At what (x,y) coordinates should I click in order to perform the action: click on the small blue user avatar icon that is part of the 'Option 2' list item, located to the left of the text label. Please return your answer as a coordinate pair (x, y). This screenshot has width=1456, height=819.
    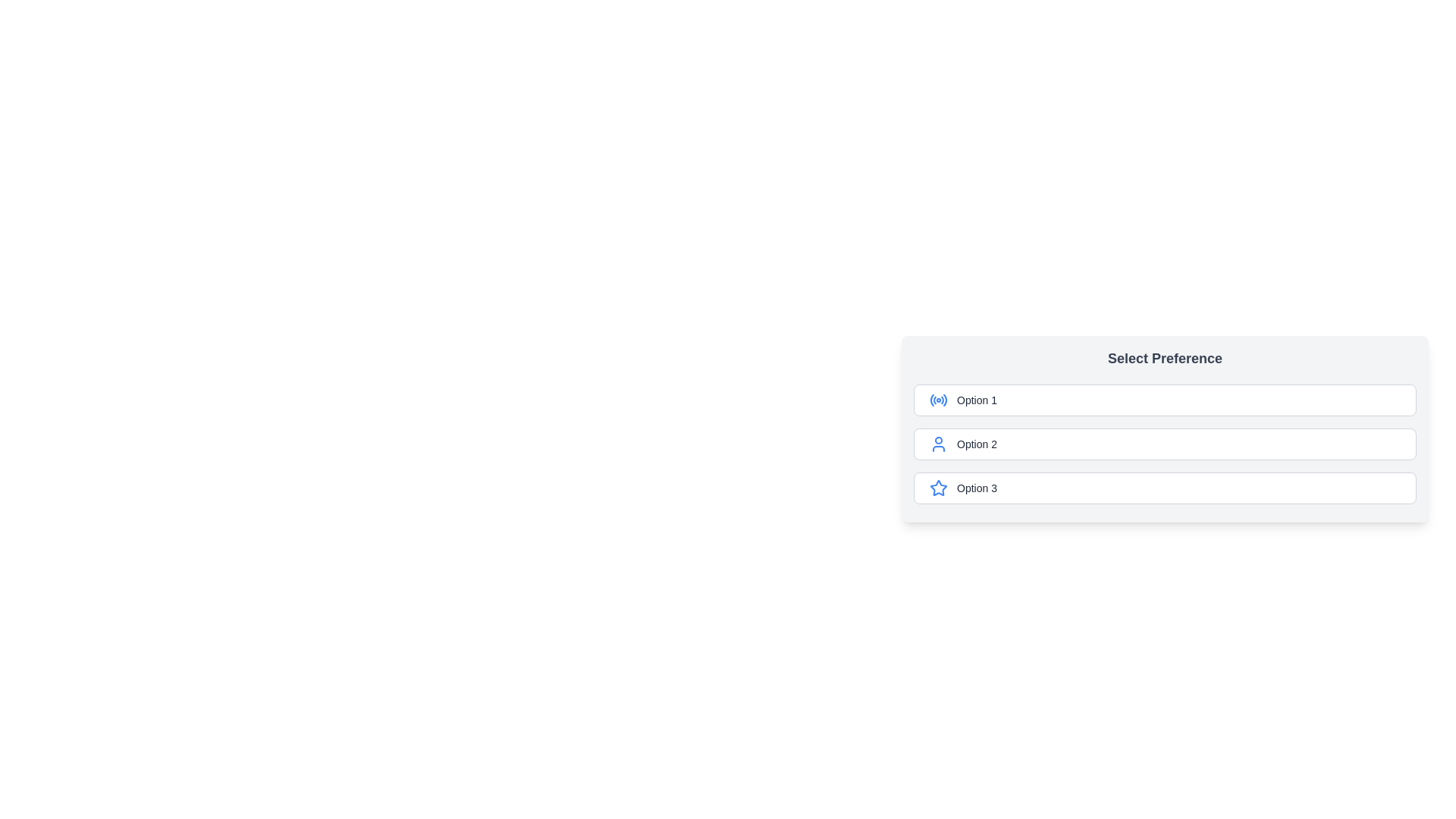
    Looking at the image, I should click on (938, 444).